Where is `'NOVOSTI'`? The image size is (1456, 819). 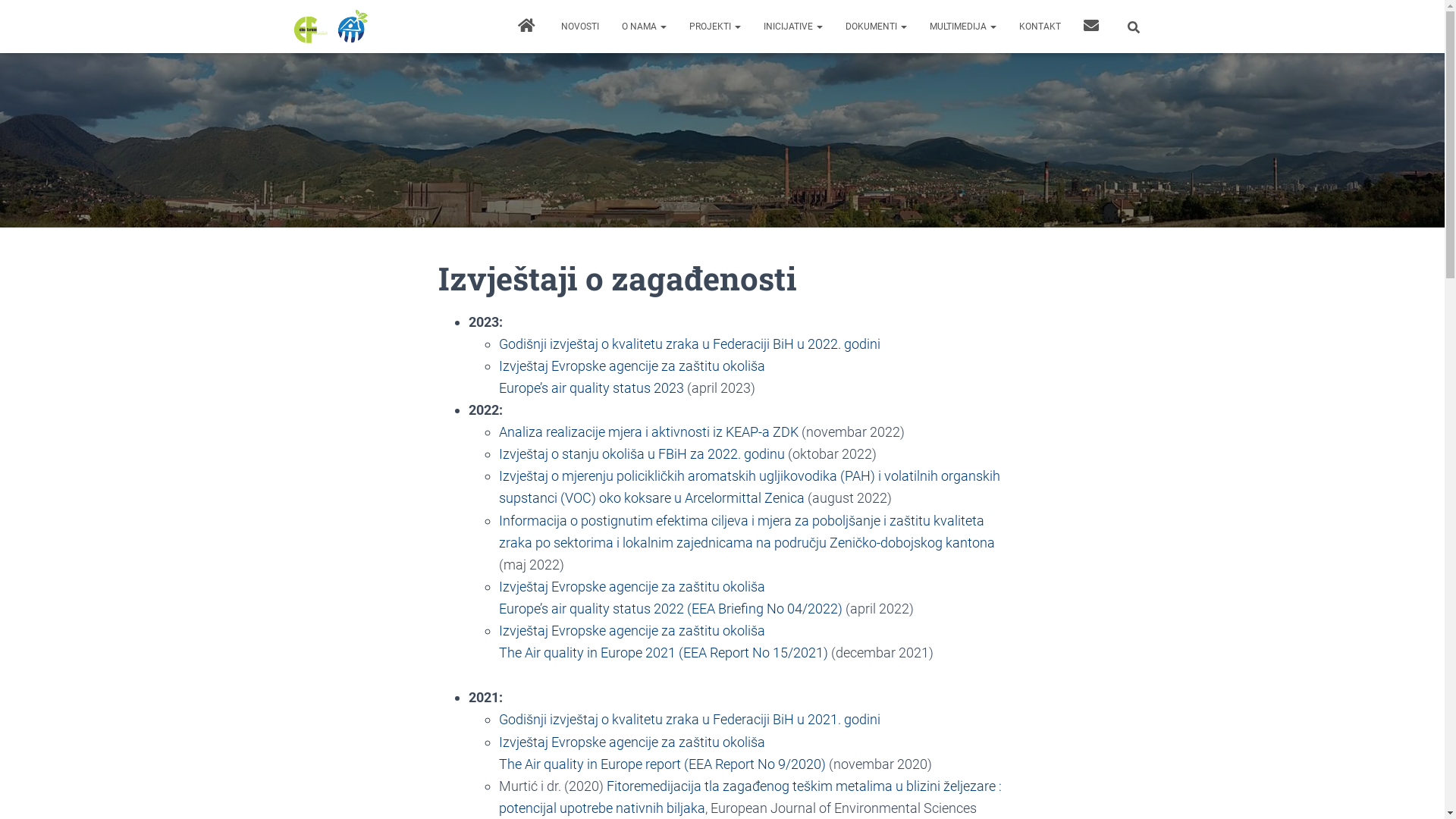 'NOVOSTI' is located at coordinates (548, 26).